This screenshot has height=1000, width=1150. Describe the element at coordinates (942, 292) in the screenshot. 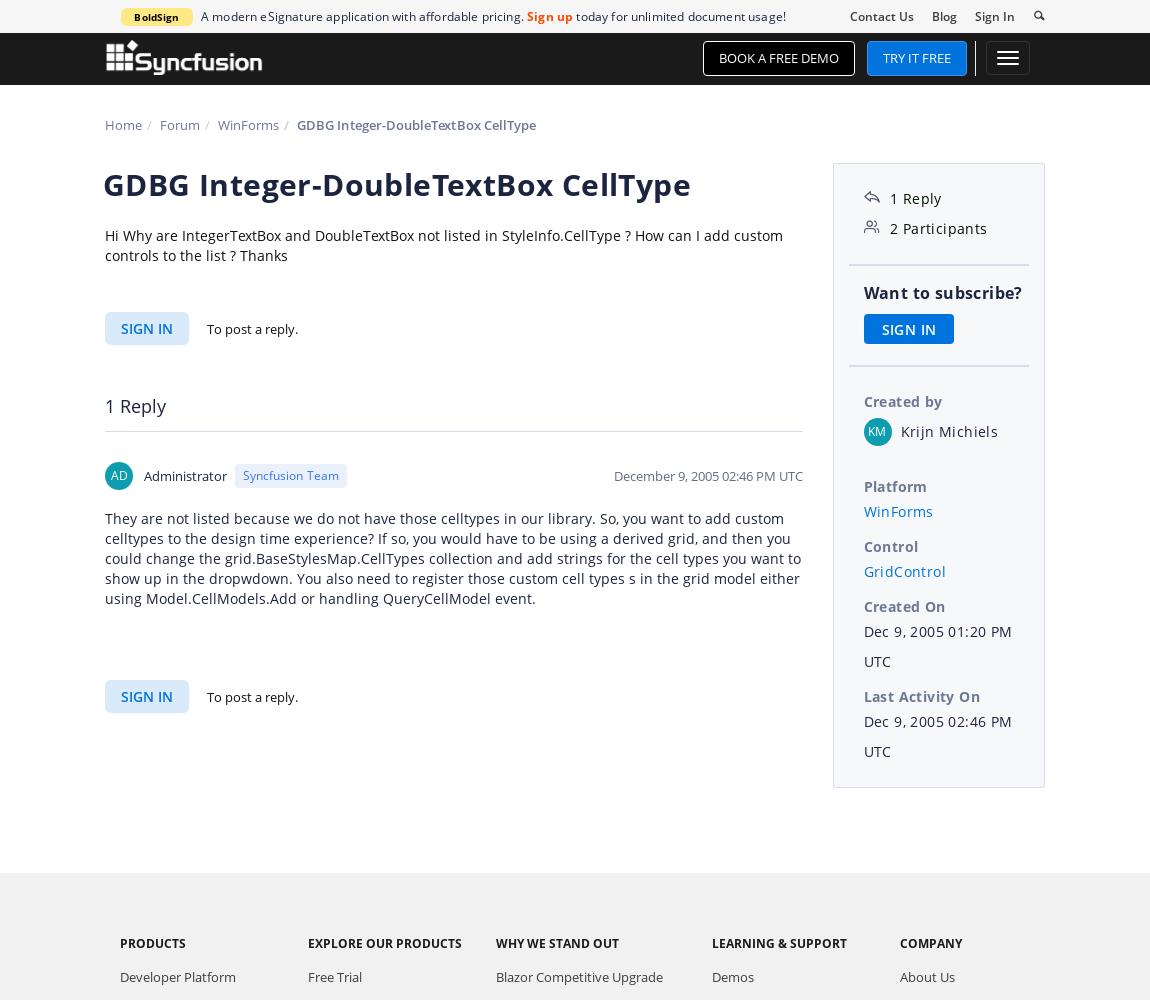

I see `'Want to subscribe?'` at that location.